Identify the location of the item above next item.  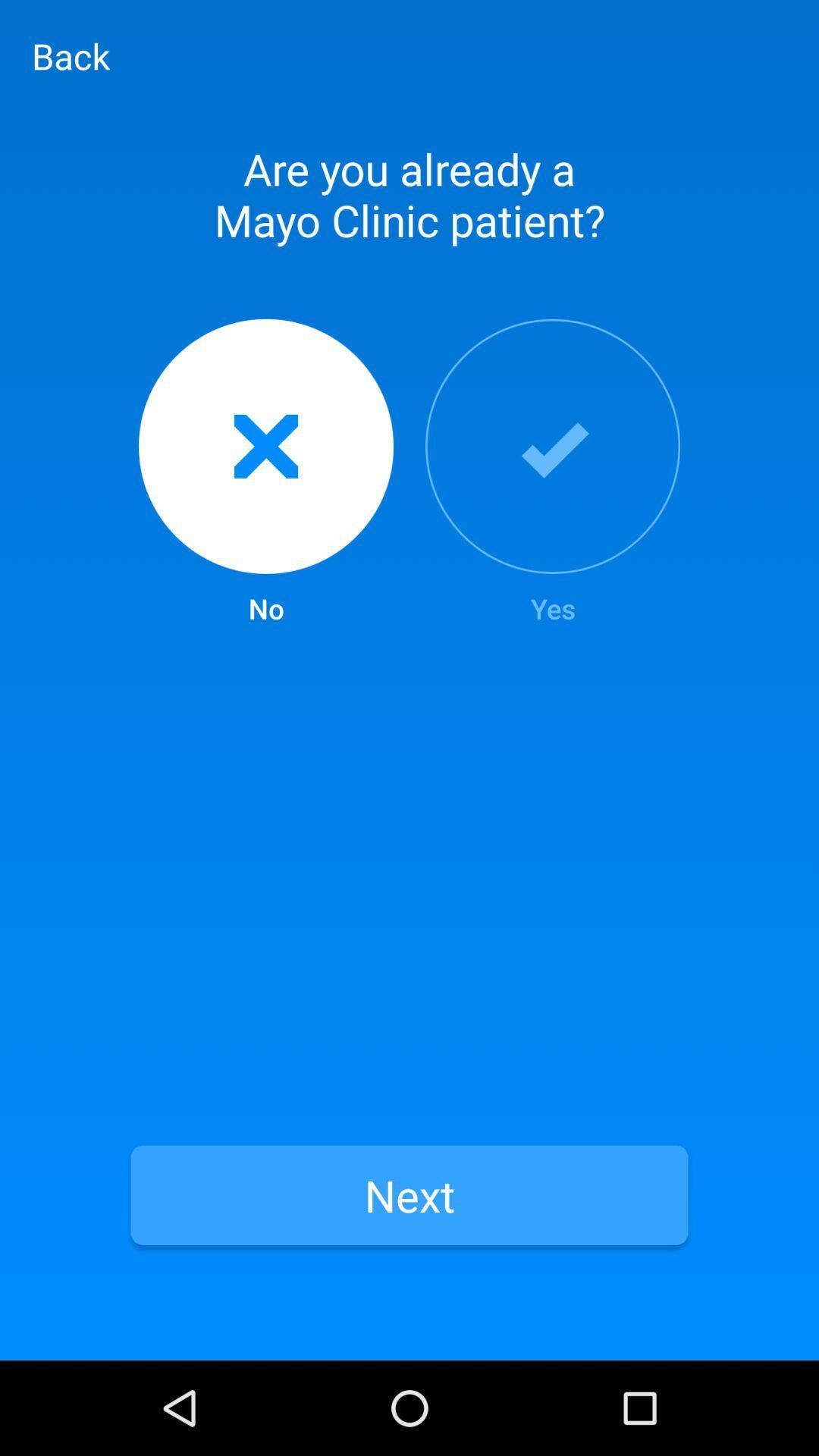
(553, 472).